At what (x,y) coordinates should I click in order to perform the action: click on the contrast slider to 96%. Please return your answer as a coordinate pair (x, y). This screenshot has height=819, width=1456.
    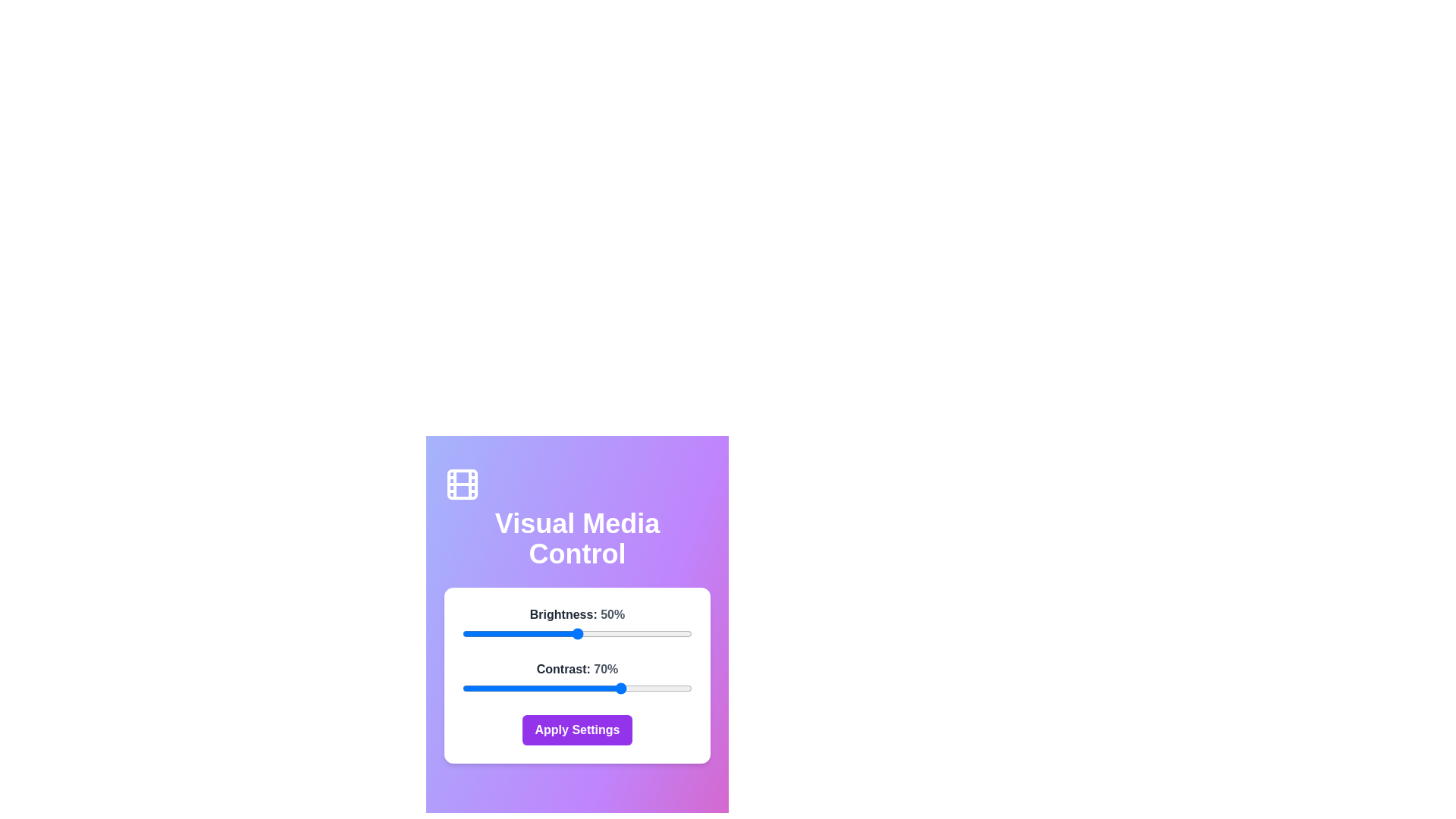
    Looking at the image, I should click on (682, 688).